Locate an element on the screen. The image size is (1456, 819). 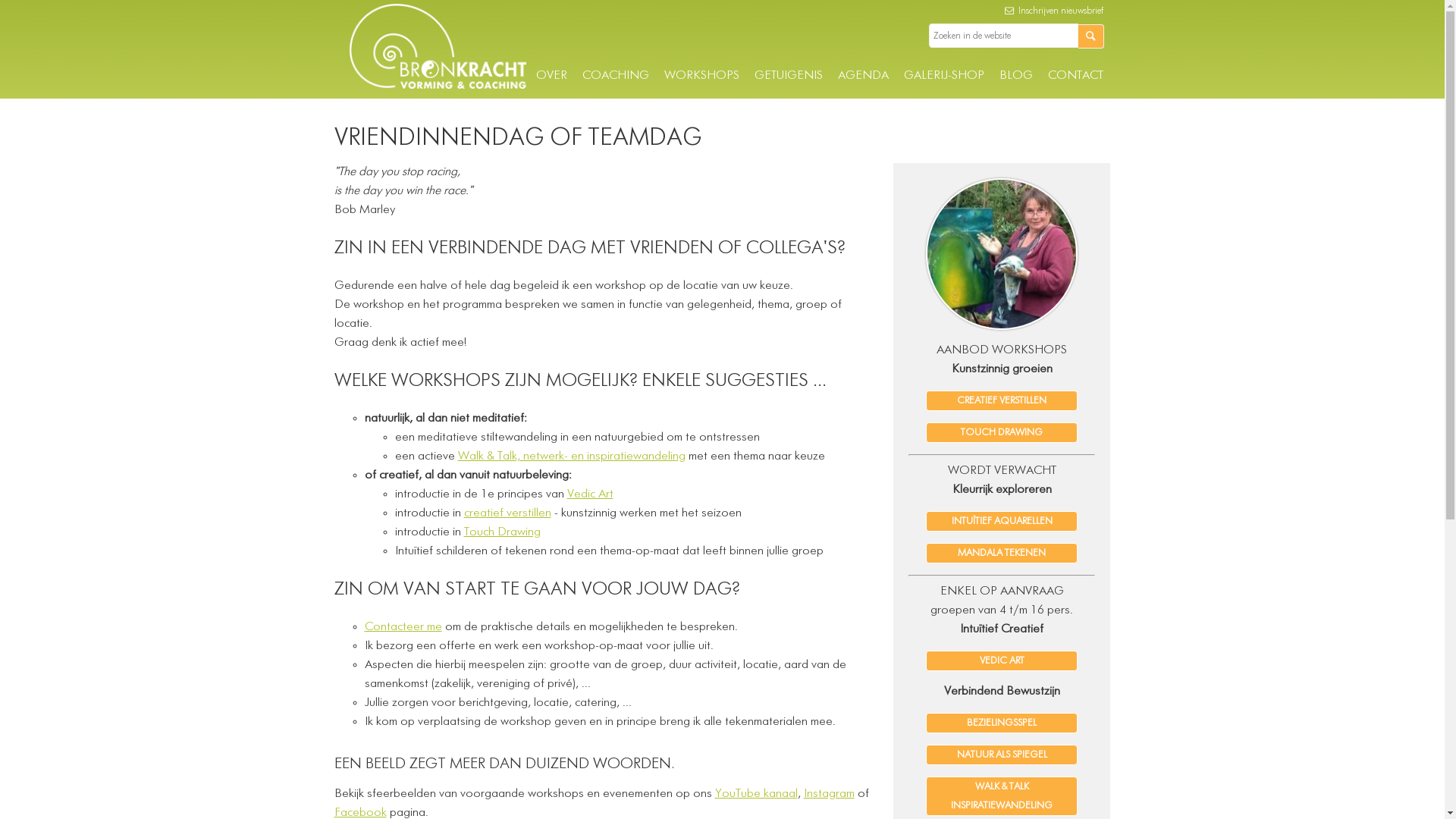
'CREATIEF VERSTILLEN' is located at coordinates (1001, 400).